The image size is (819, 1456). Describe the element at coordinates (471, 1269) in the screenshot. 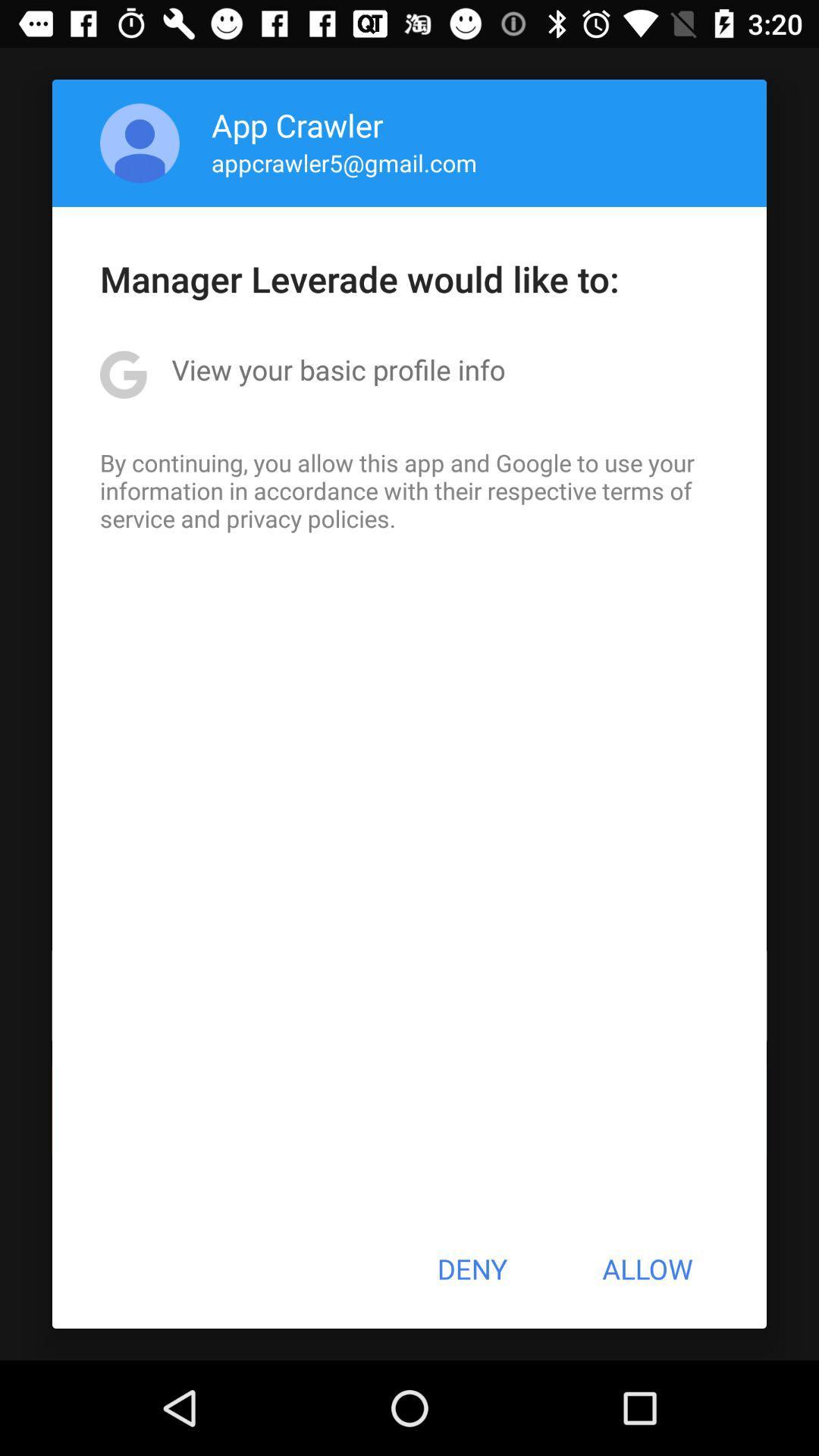

I see `deny icon` at that location.